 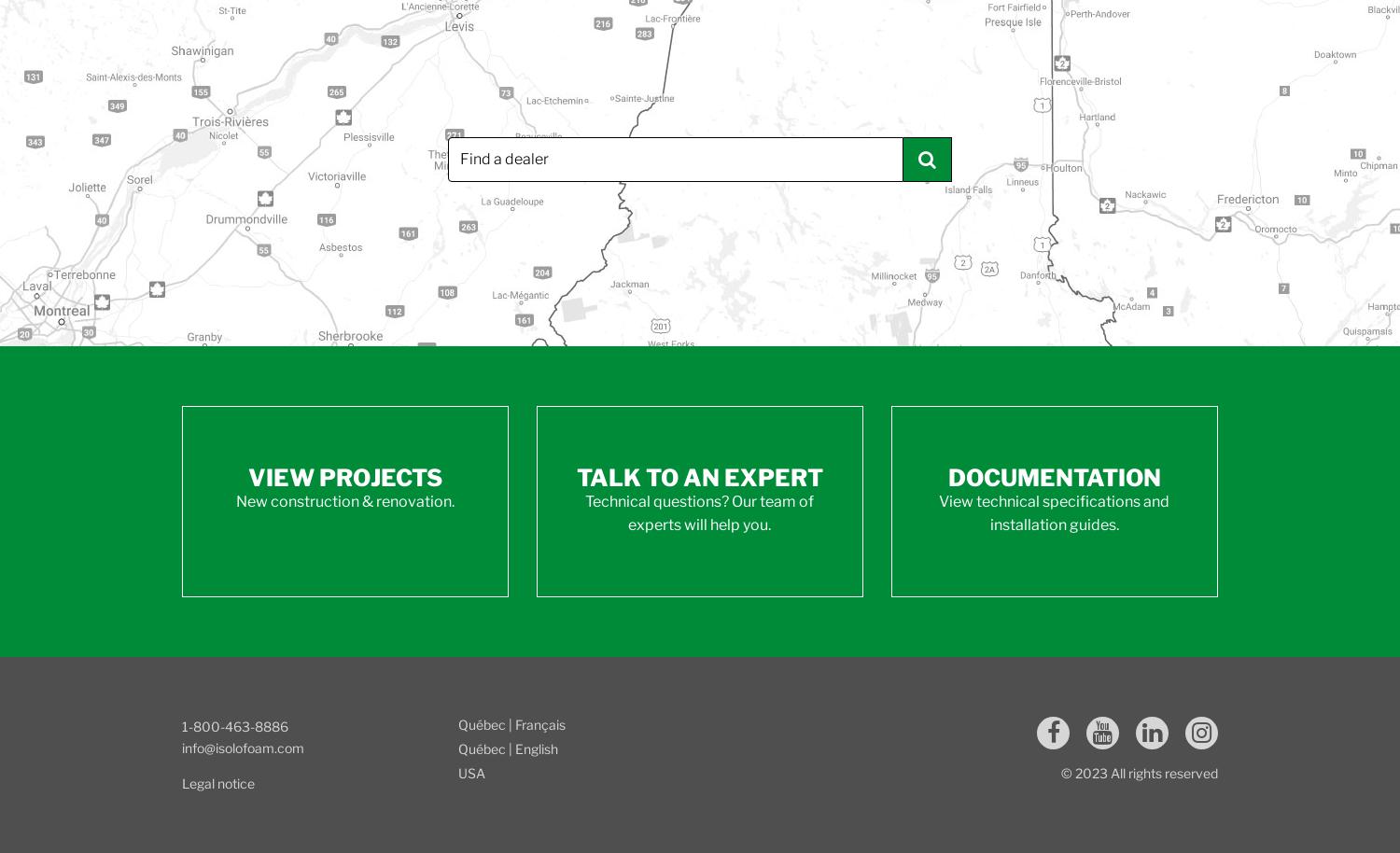 What do you see at coordinates (343, 499) in the screenshot?
I see `'New construction & renovation.'` at bounding box center [343, 499].